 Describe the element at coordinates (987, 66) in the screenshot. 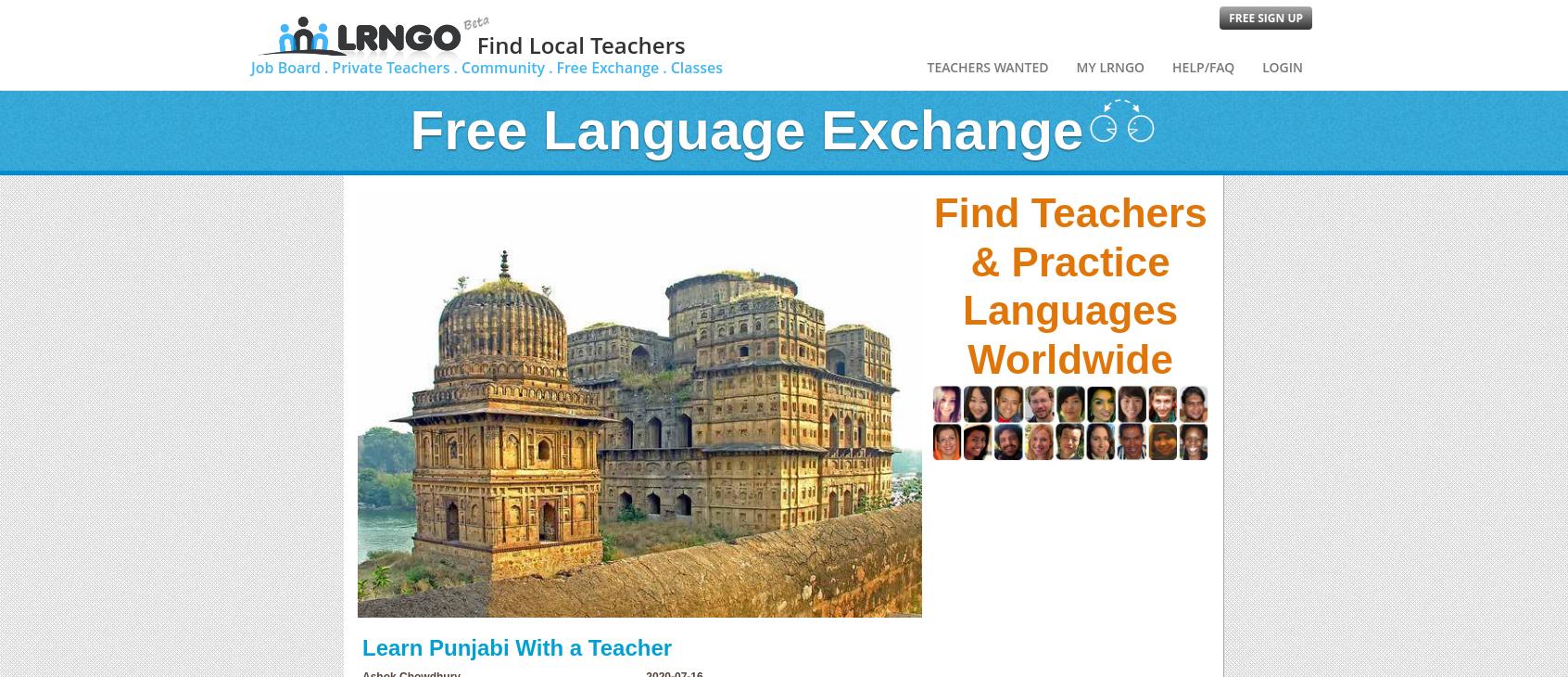

I see `'Teachers Wanted'` at that location.